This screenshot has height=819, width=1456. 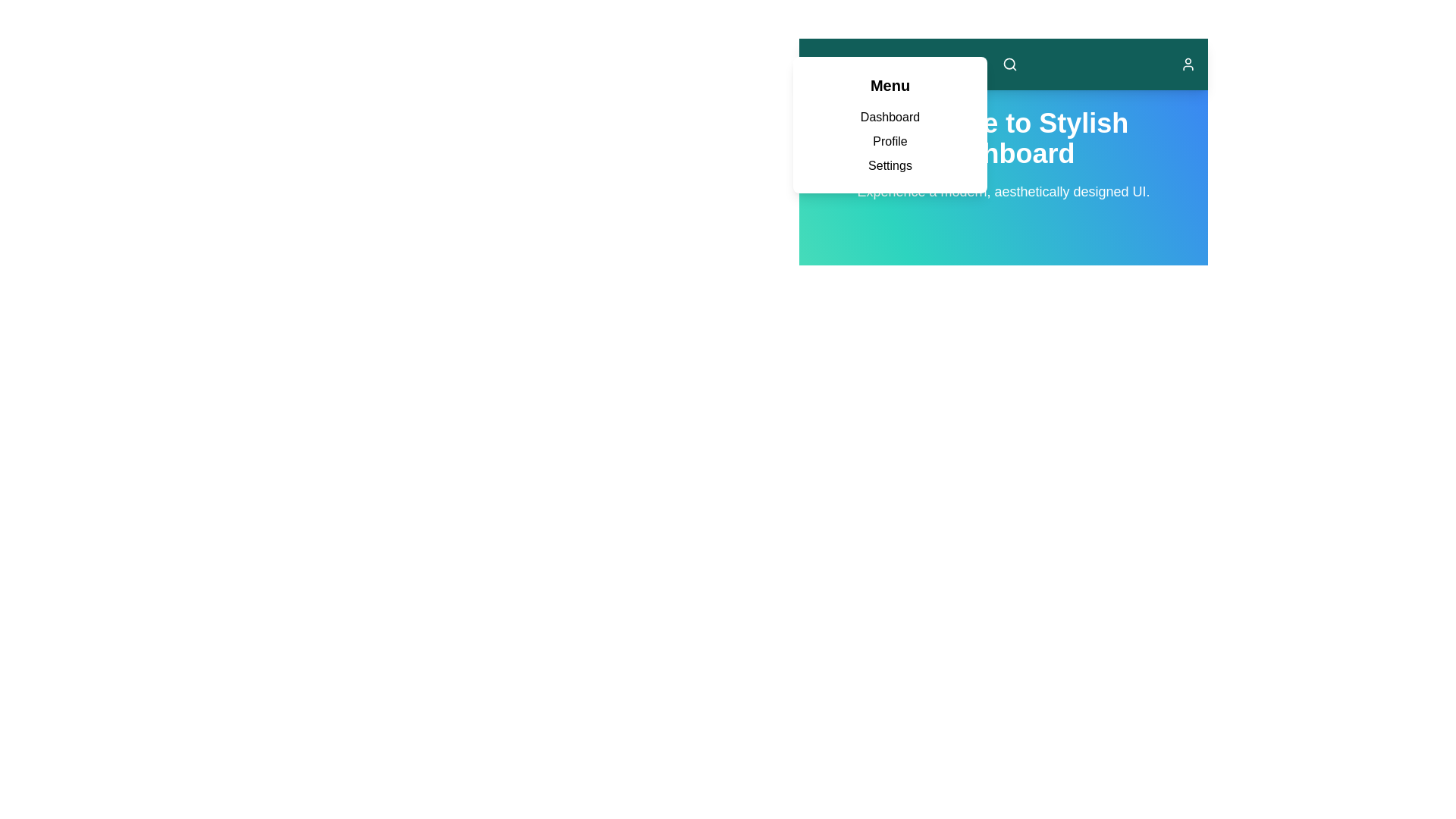 What do you see at coordinates (890, 116) in the screenshot?
I see `the menu link corresponding to Dashboard` at bounding box center [890, 116].